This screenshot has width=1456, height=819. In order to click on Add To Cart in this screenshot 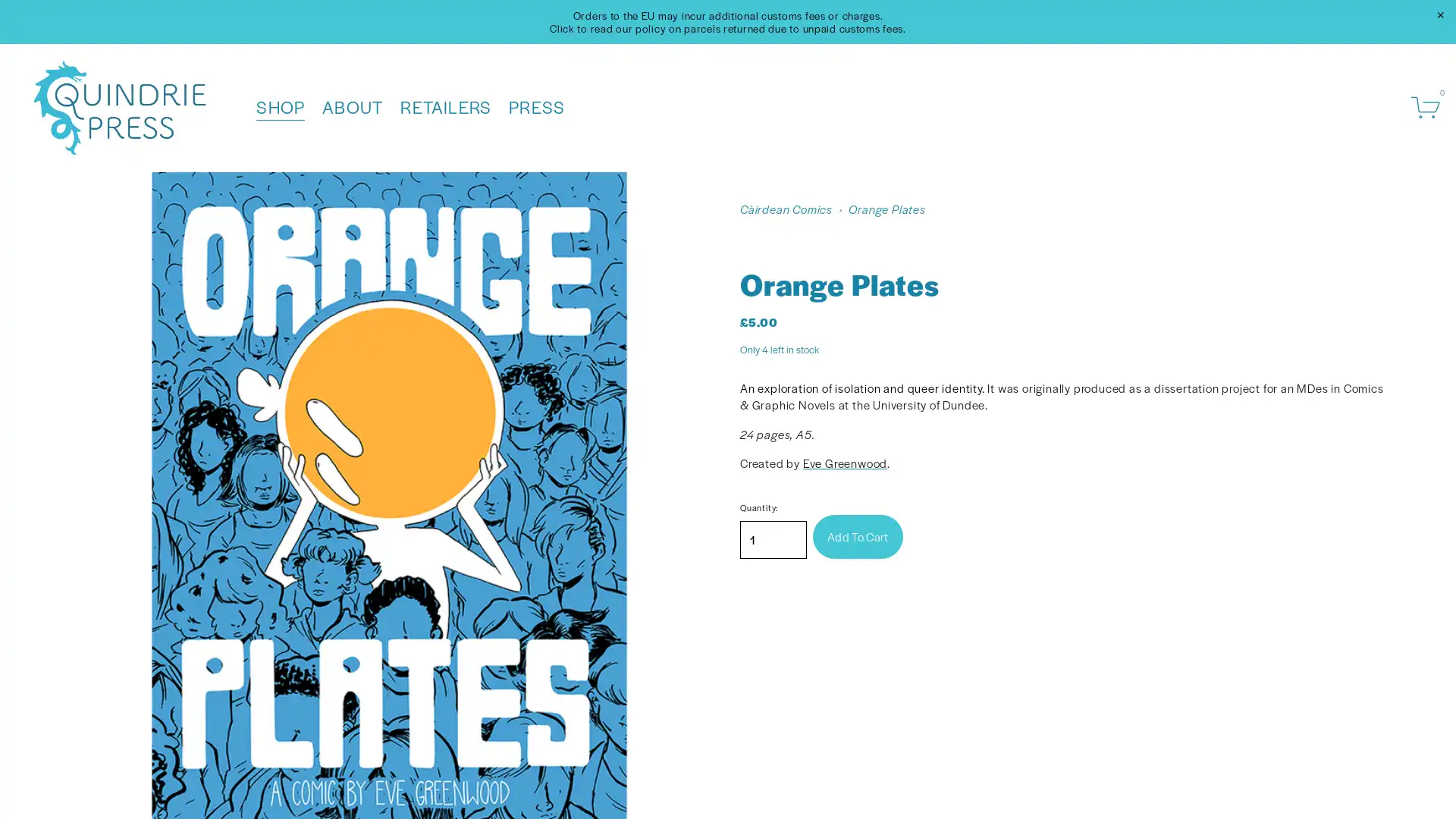, I will do `click(857, 535)`.